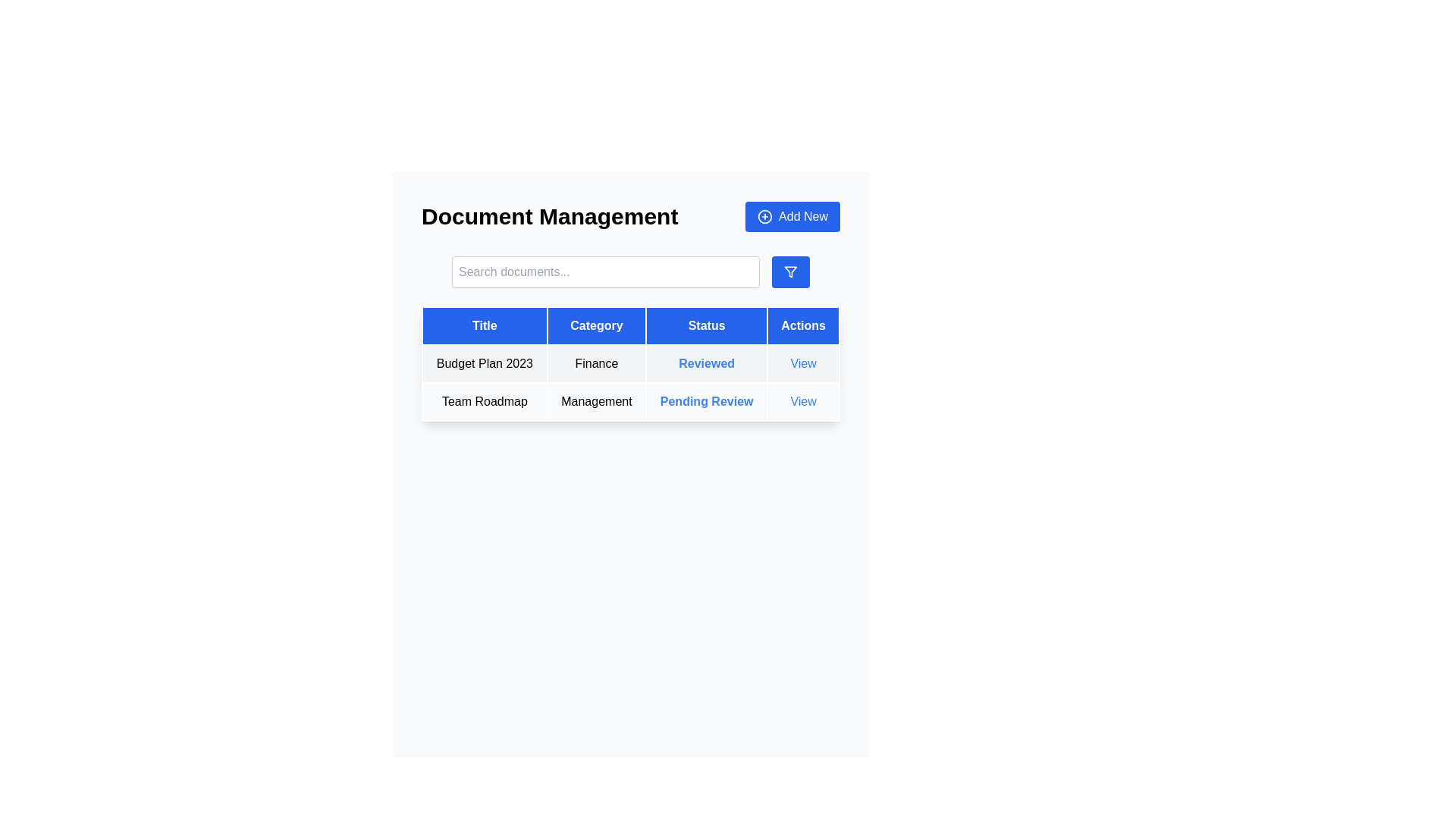 The width and height of the screenshot is (1456, 819). Describe the element at coordinates (596, 363) in the screenshot. I see `the text label displaying 'Finance' located under the 'Category' column in the first row of the table grid` at that location.